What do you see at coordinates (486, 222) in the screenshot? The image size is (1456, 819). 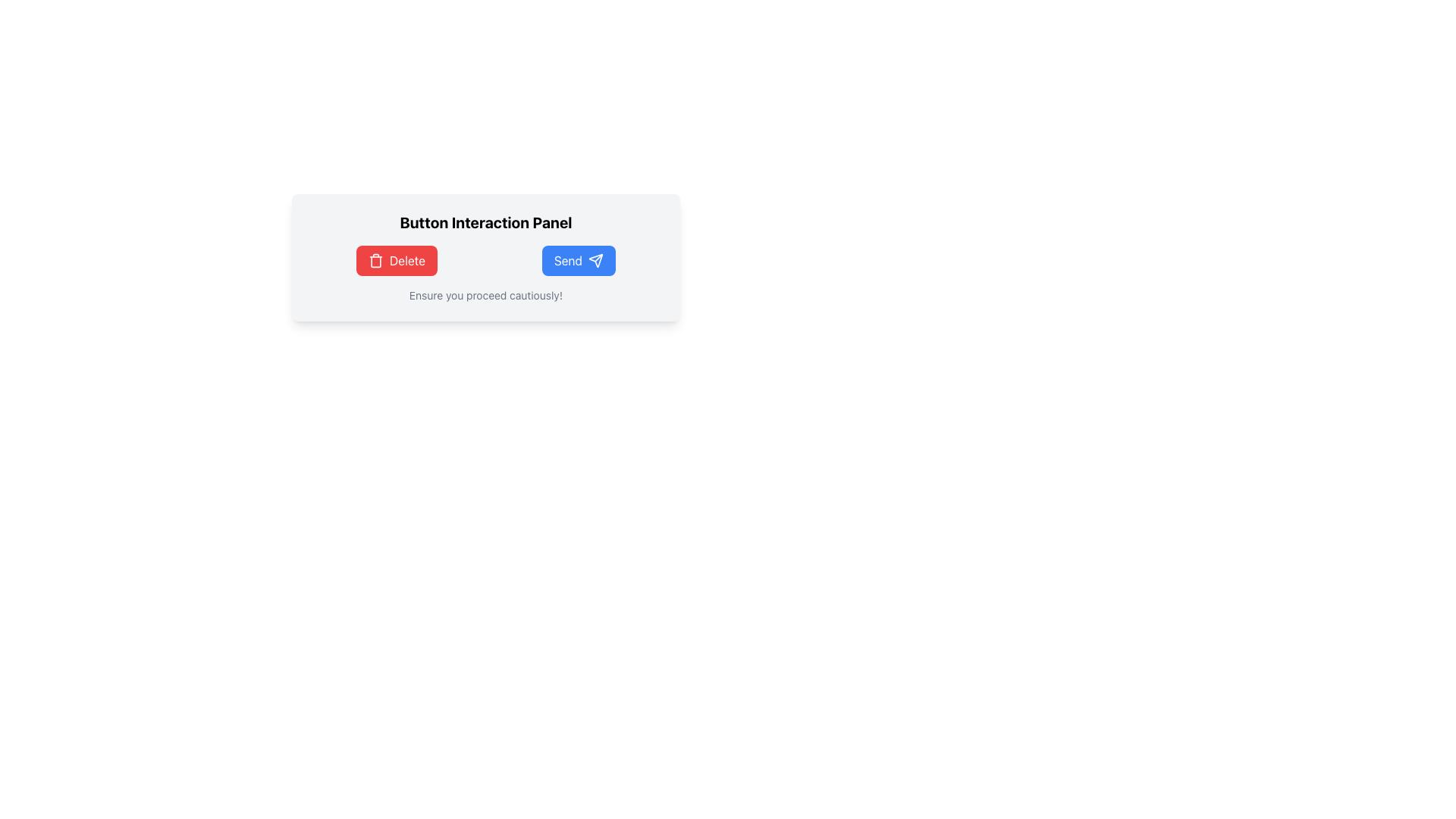 I see `the bold, centered text element displaying 'Button Interaction Panel', which serves as a title above the 'Delete' and 'Send' buttons` at bounding box center [486, 222].